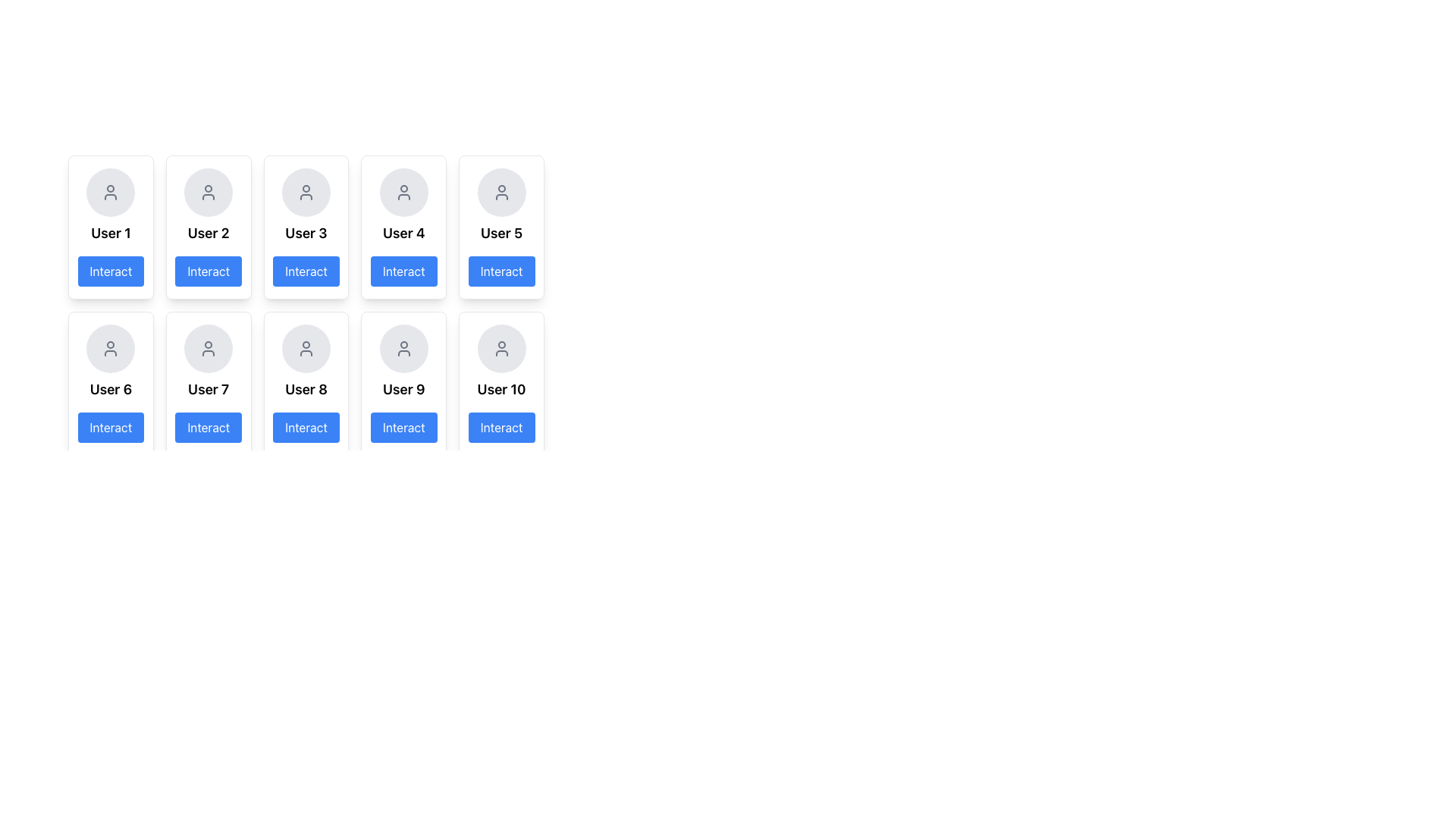  What do you see at coordinates (305, 427) in the screenshot?
I see `the button located in the bottom section of the user card labeled 'User 8' in the second row and third column of the grid layout` at bounding box center [305, 427].